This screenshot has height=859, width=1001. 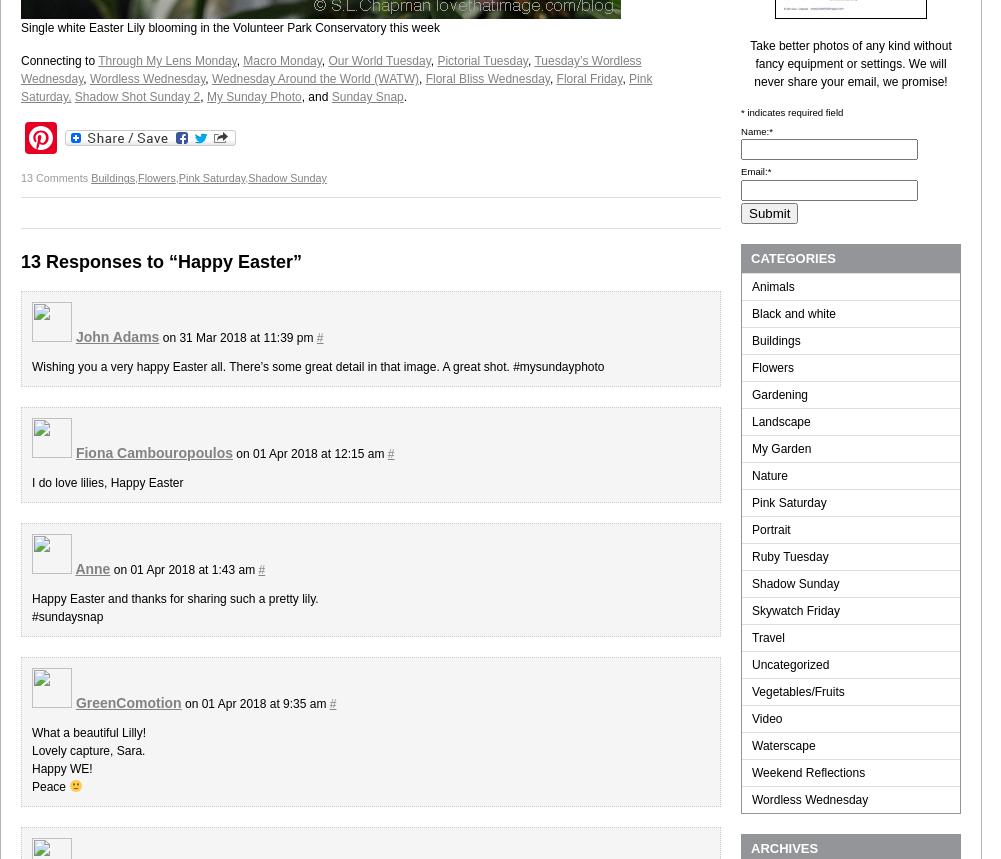 What do you see at coordinates (87, 731) in the screenshot?
I see `'What a beautiful Lilly!'` at bounding box center [87, 731].